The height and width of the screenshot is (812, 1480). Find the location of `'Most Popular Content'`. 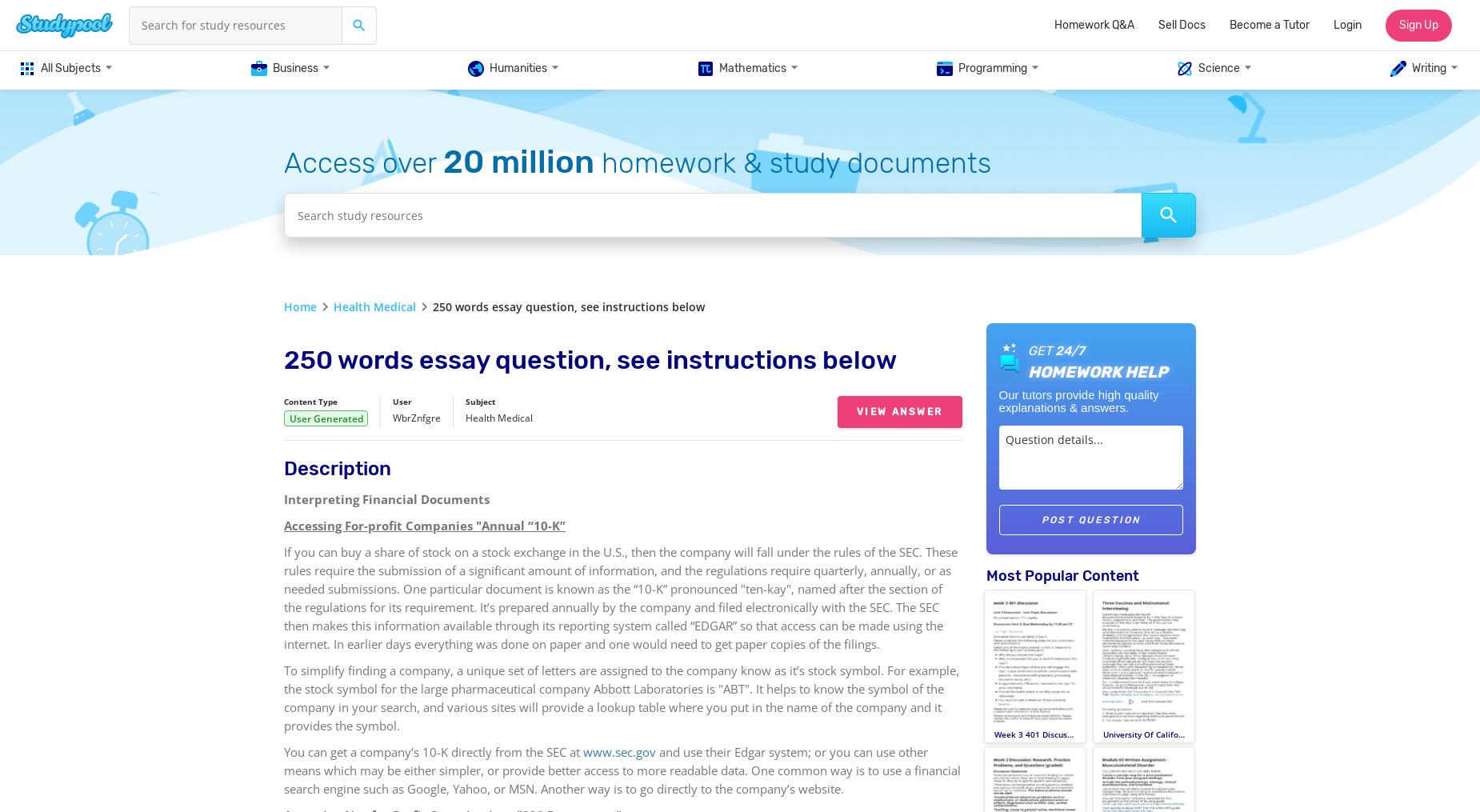

'Most Popular Content' is located at coordinates (1061, 575).